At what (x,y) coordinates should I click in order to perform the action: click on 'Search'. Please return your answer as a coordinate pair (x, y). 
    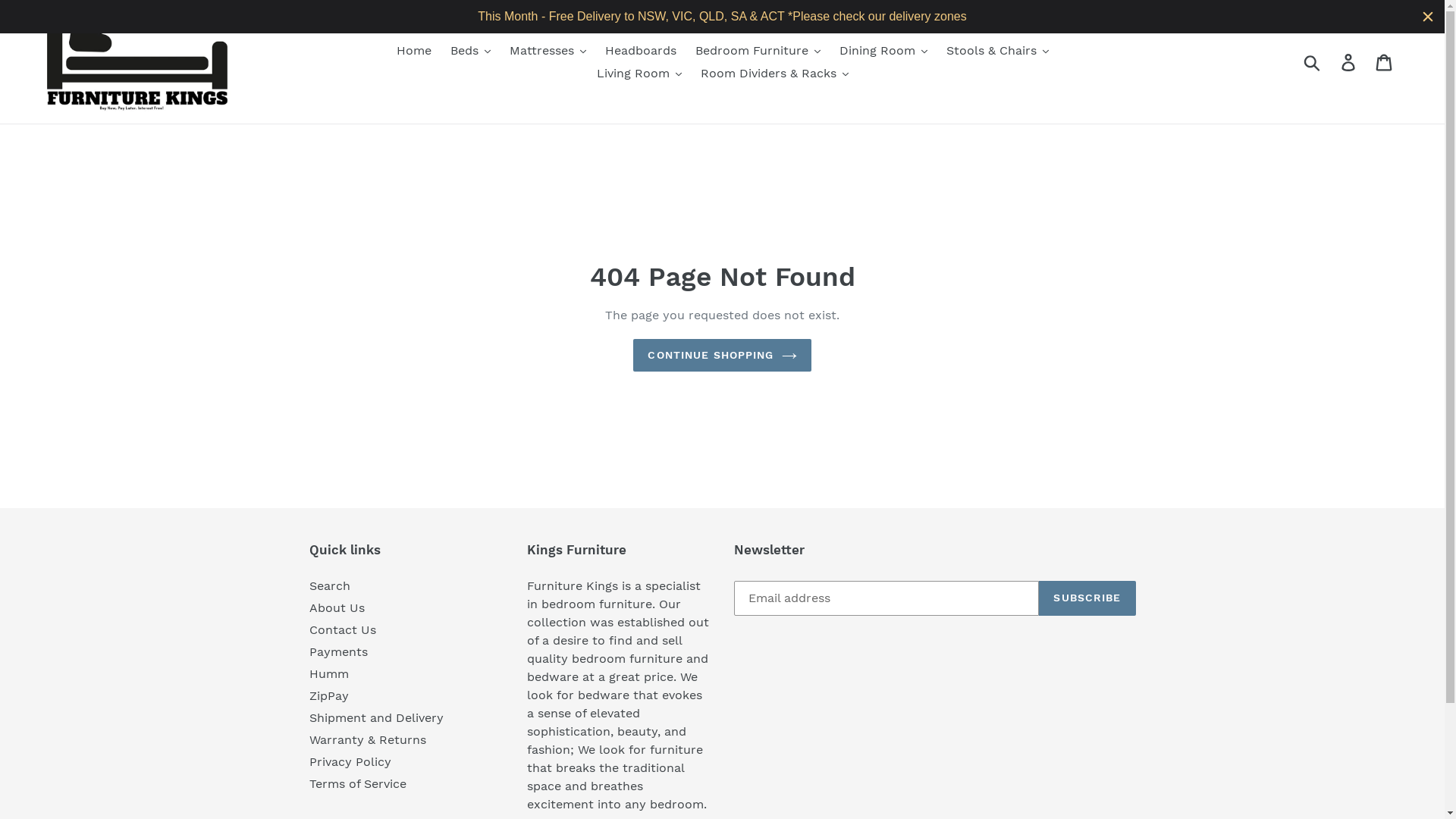
    Looking at the image, I should click on (329, 585).